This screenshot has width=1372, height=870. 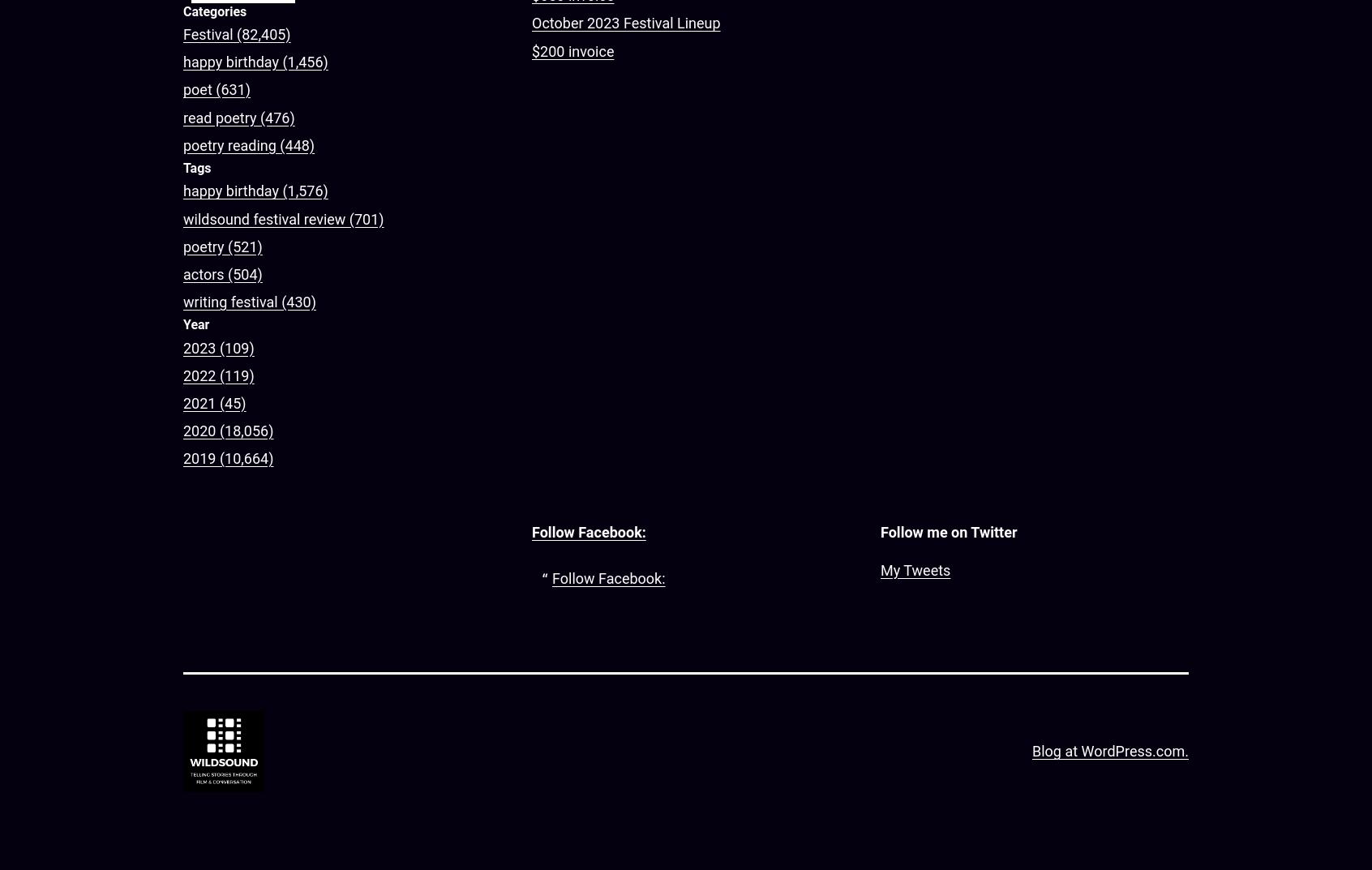 I want to click on 'poet (631)', so click(x=217, y=89).